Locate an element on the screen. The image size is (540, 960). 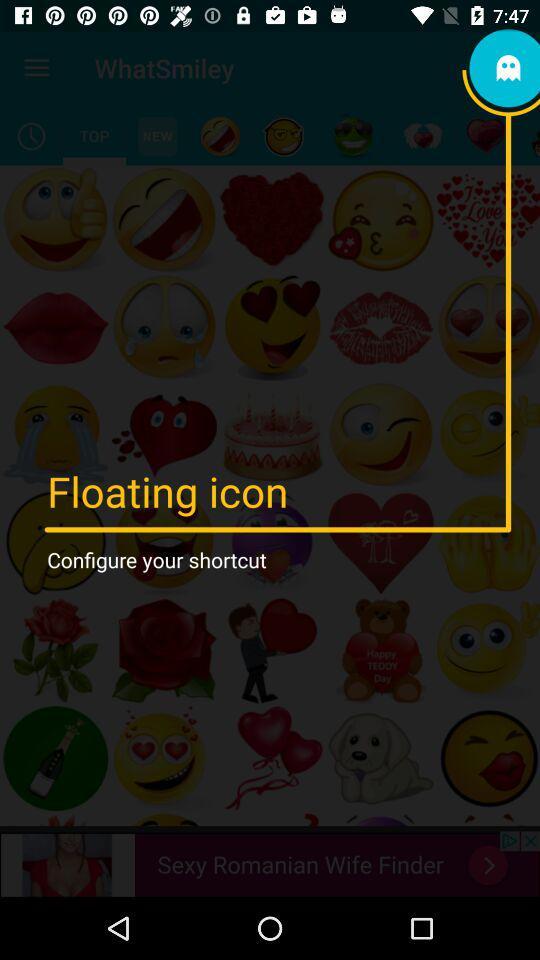
open advertisement in a browser is located at coordinates (270, 863).